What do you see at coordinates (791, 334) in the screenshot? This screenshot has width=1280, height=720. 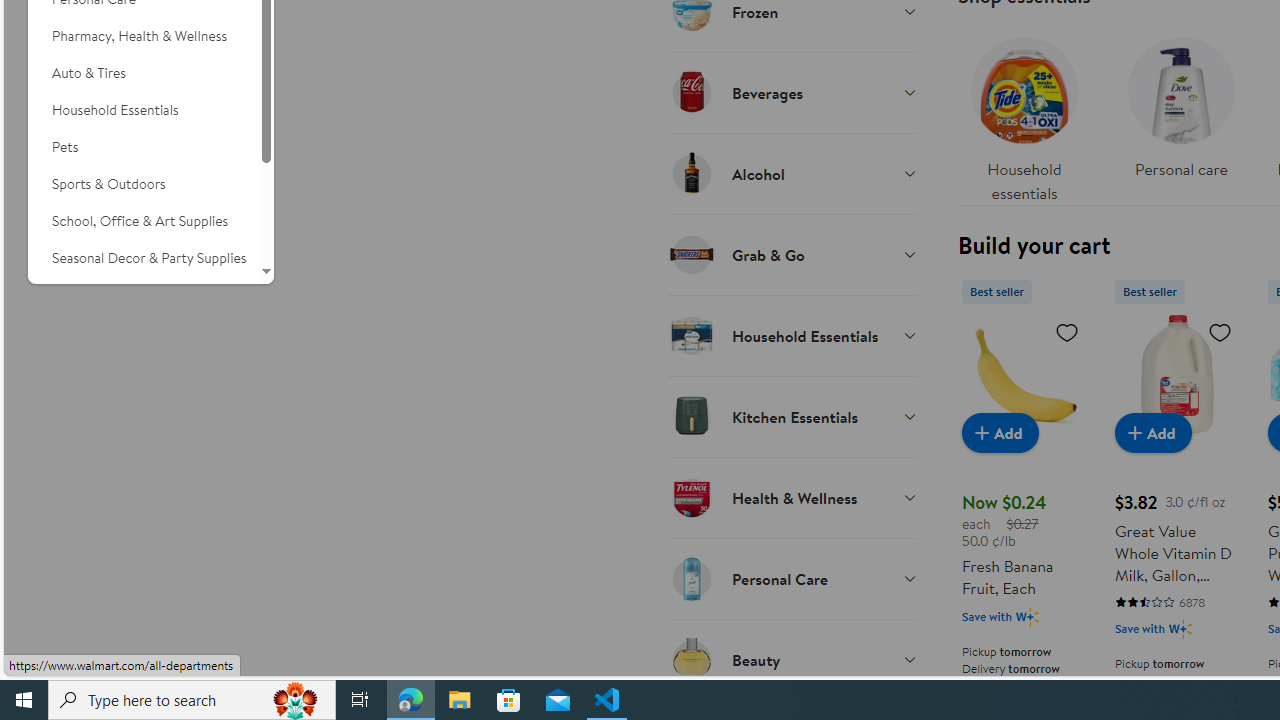 I see `'Household Essentials'` at bounding box center [791, 334].